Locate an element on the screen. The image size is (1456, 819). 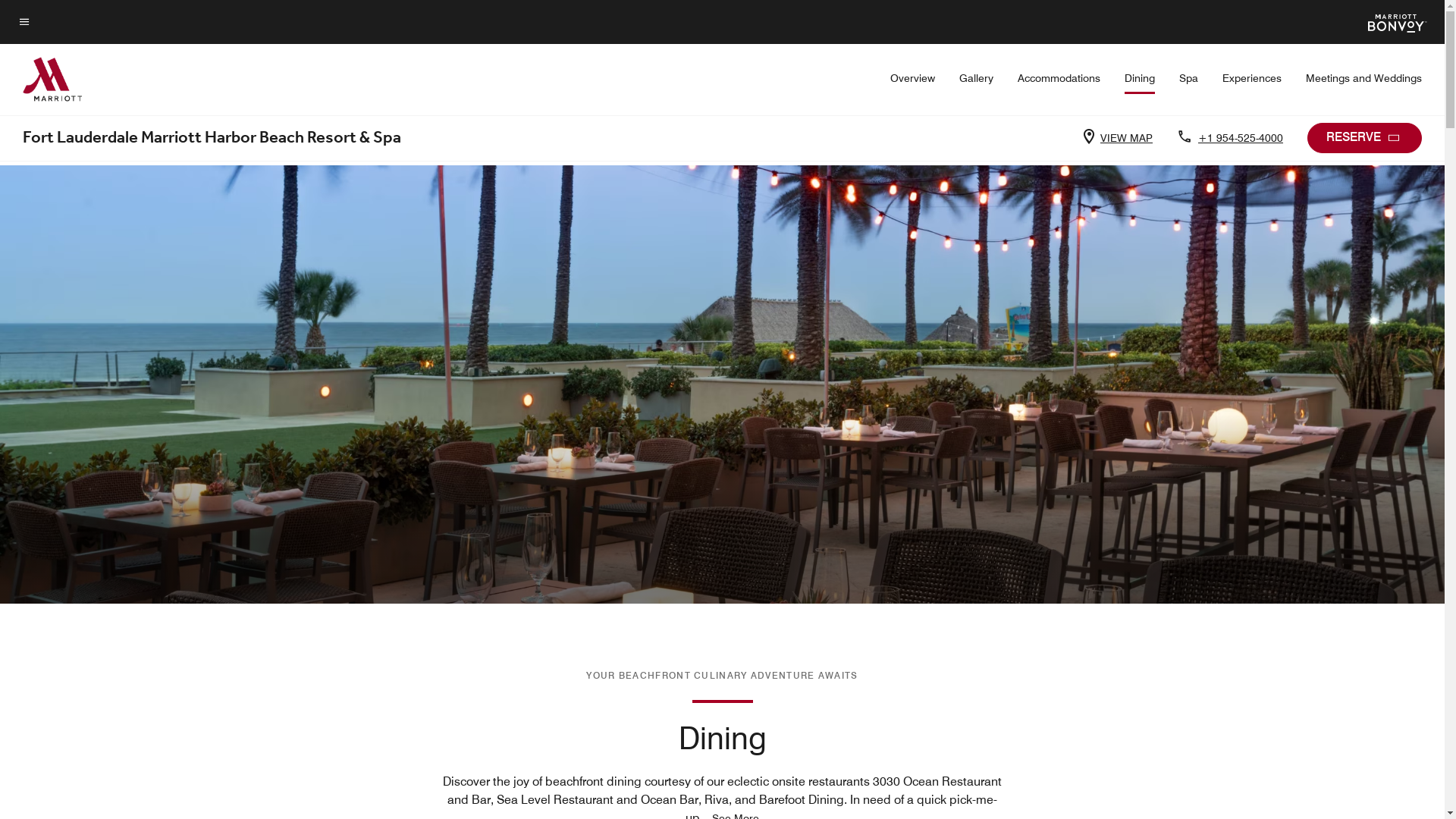
'Experiences' is located at coordinates (1252, 78).